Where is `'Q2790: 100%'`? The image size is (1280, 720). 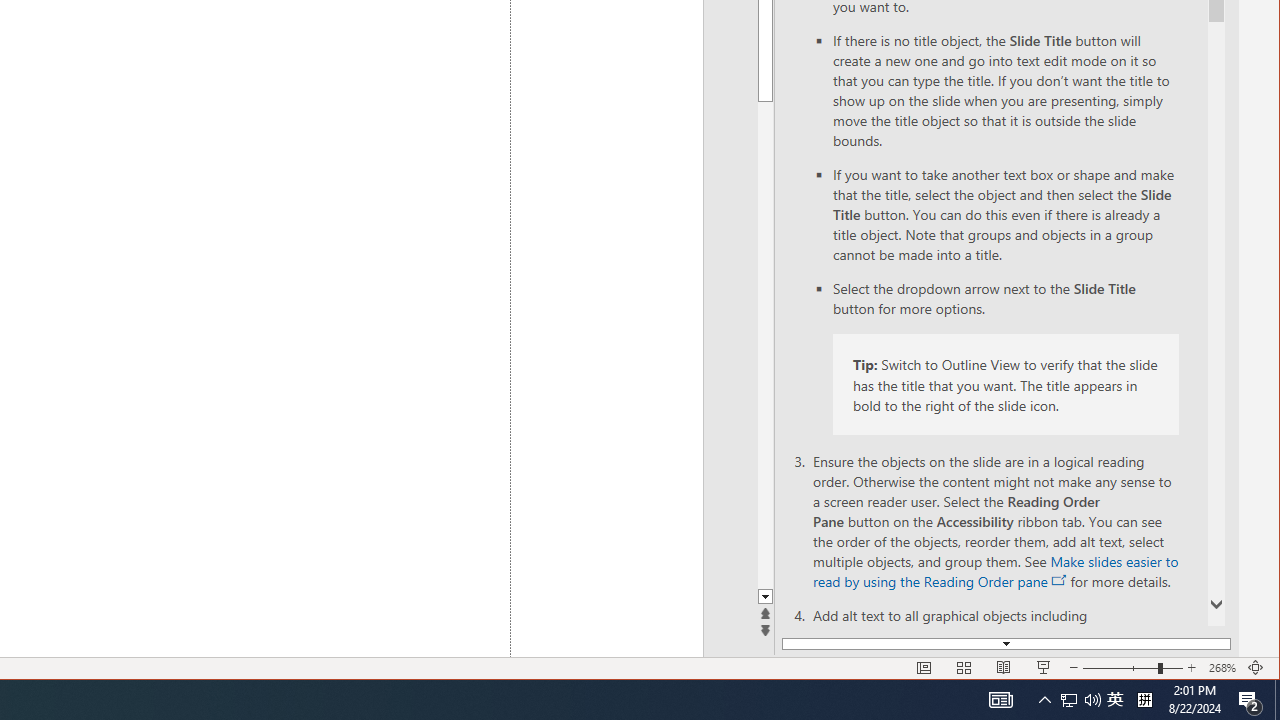 'Q2790: 100%' is located at coordinates (1092, 698).